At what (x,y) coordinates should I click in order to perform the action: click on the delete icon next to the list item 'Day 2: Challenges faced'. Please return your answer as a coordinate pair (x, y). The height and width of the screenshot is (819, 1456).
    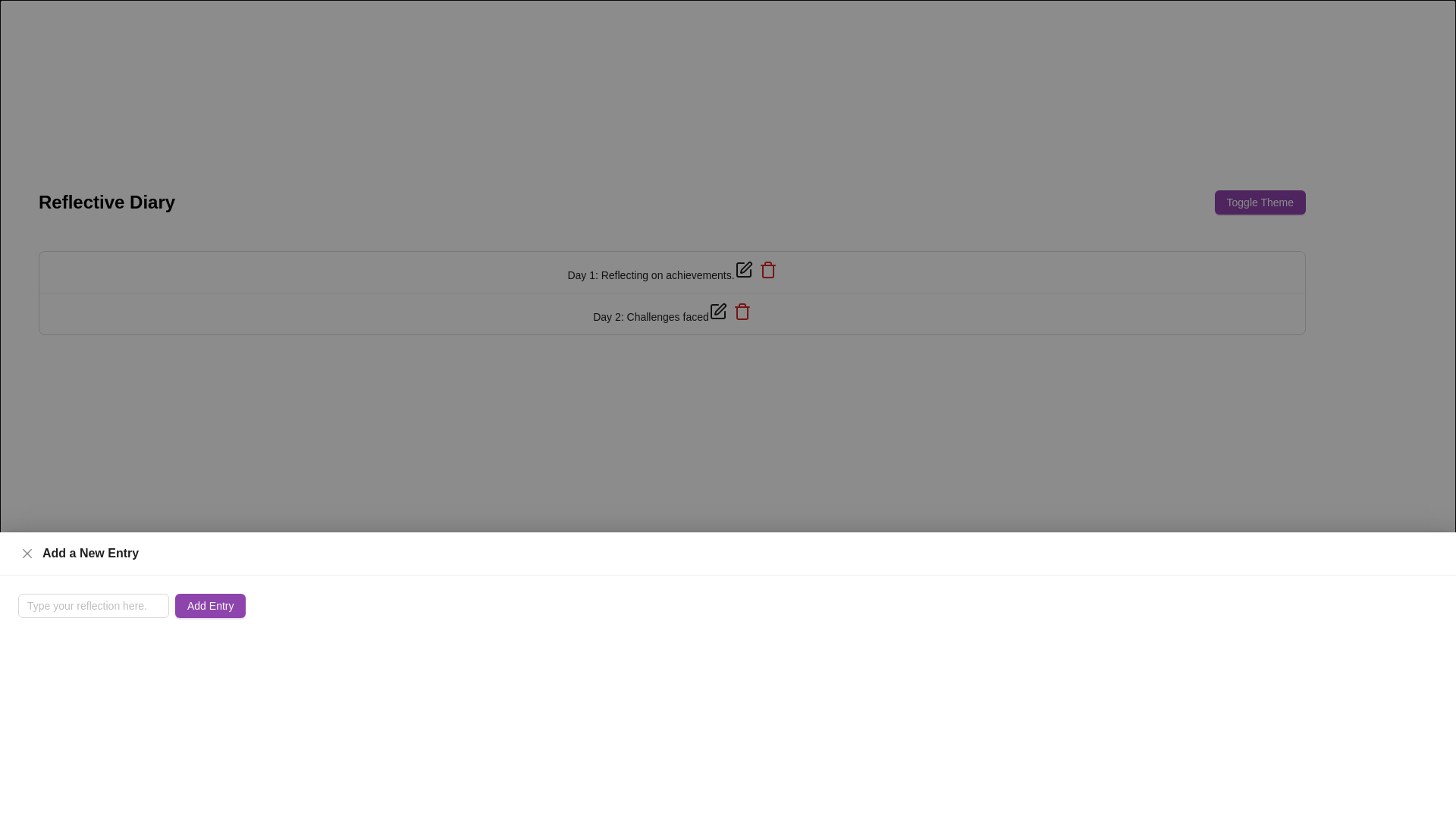
    Looking at the image, I should click on (671, 312).